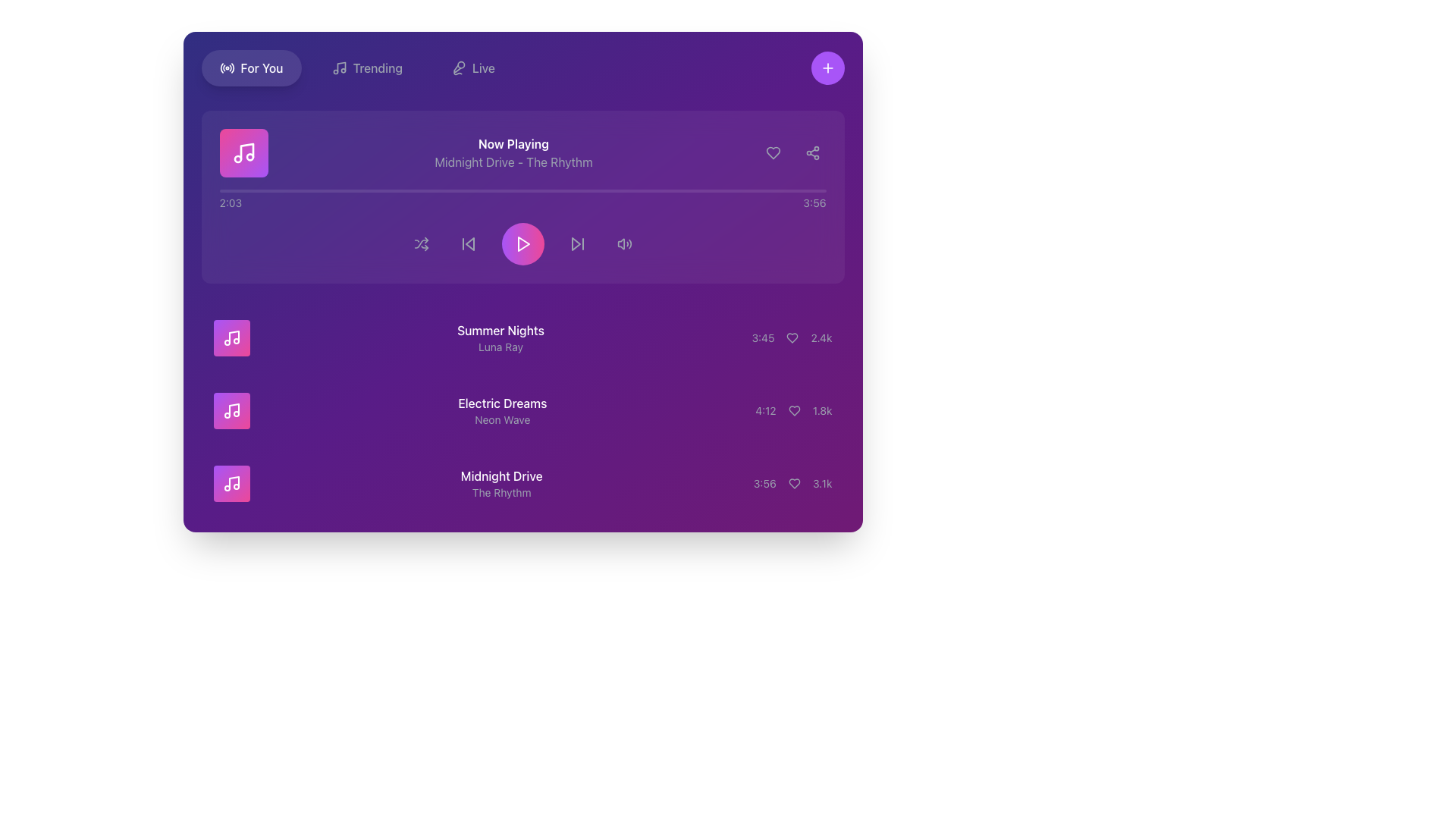 The height and width of the screenshot is (819, 1456). What do you see at coordinates (367, 67) in the screenshot?
I see `the 'Trending' button, which features a musical note icon and rounded corners in the navigation section` at bounding box center [367, 67].